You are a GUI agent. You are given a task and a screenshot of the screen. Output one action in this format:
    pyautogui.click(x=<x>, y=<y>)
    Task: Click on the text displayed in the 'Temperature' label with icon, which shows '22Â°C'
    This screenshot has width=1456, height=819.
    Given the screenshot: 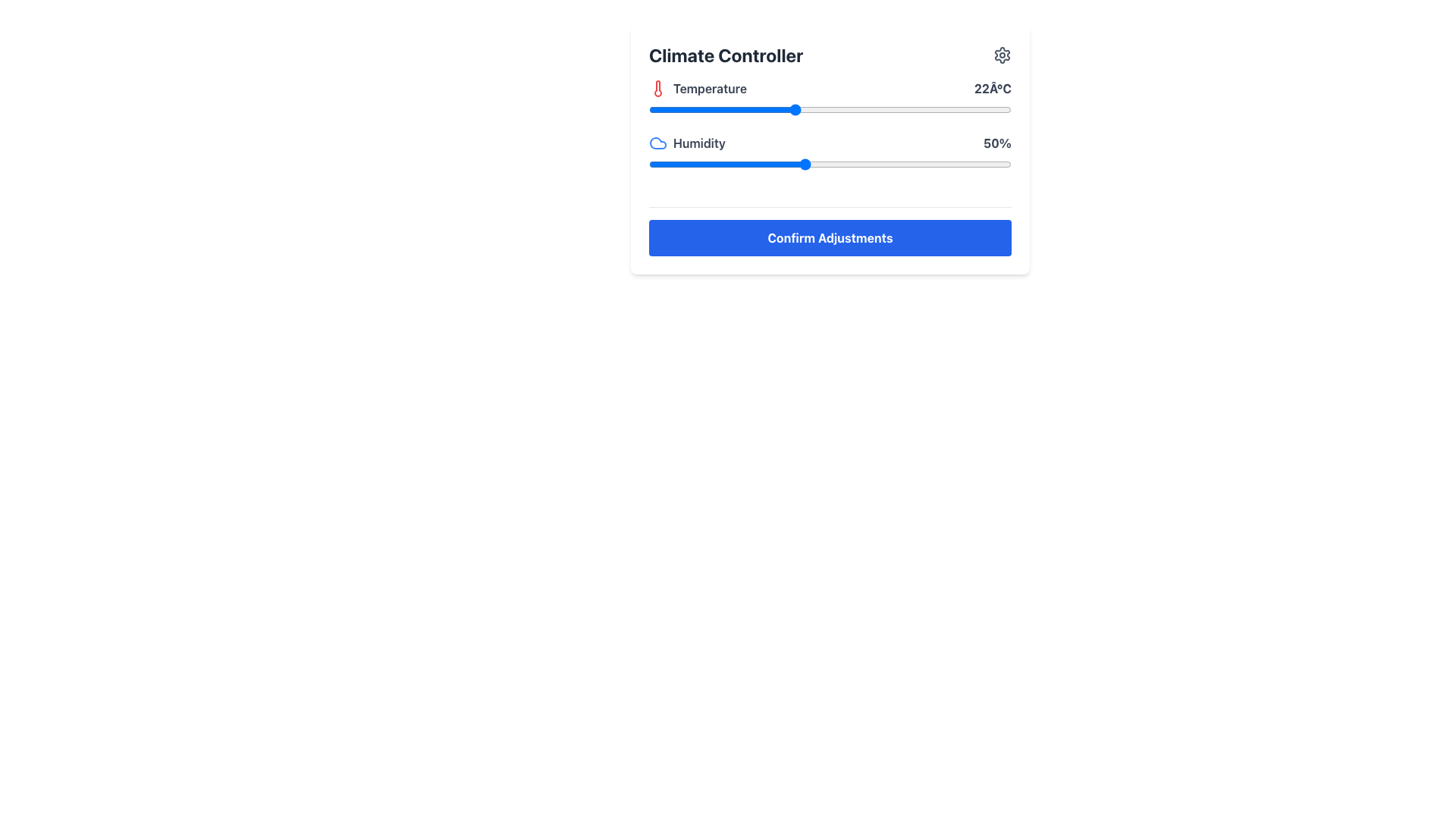 What is the action you would take?
    pyautogui.click(x=697, y=88)
    